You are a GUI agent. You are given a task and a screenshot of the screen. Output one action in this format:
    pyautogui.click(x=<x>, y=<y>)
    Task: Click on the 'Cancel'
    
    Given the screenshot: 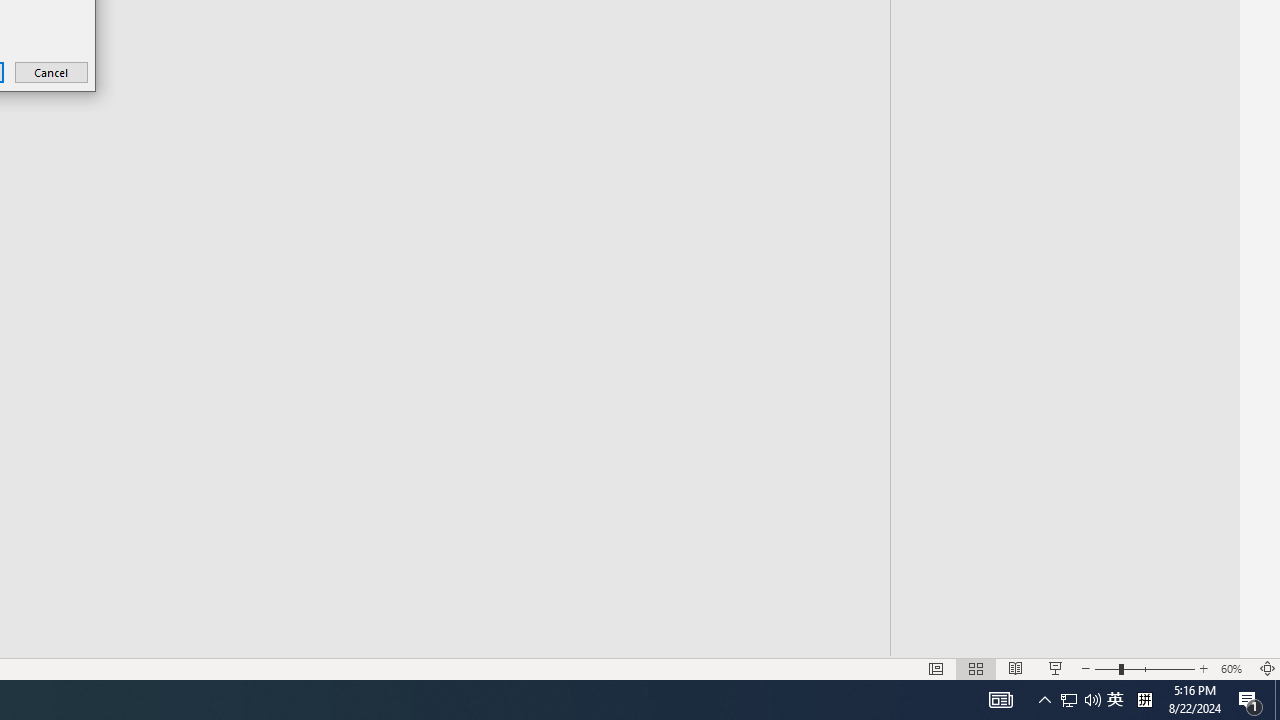 What is the action you would take?
    pyautogui.click(x=51, y=71)
    